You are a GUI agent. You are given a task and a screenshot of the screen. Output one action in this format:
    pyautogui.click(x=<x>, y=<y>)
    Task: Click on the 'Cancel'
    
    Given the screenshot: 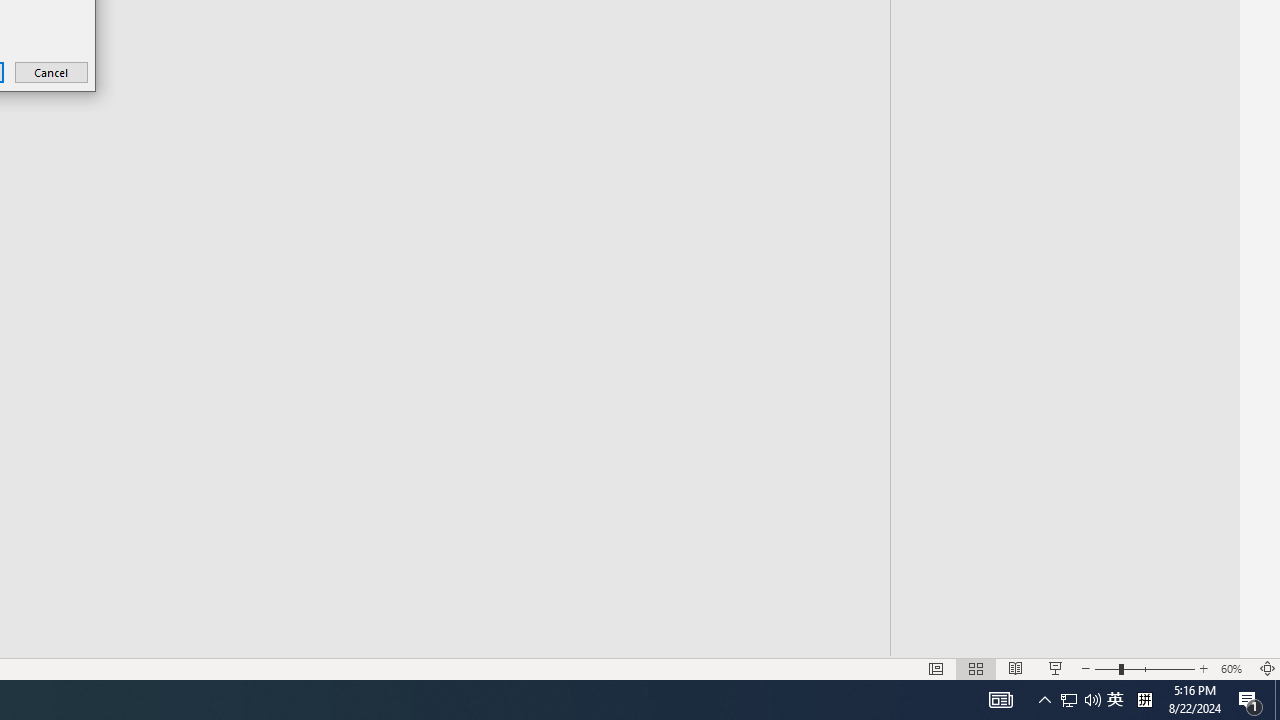 What is the action you would take?
    pyautogui.click(x=51, y=71)
    